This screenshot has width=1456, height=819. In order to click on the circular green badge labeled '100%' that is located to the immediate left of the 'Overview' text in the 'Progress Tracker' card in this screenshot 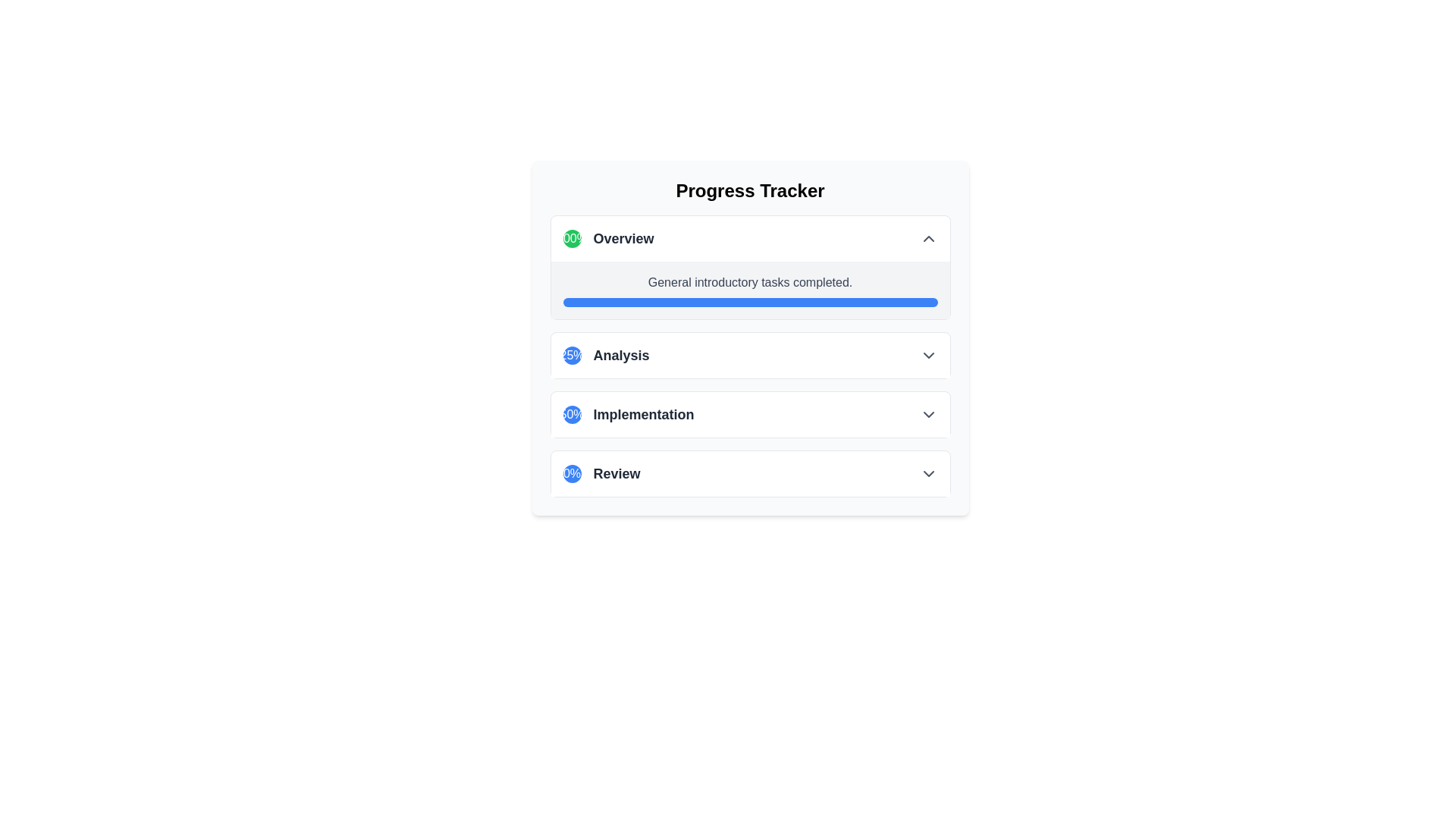, I will do `click(571, 239)`.